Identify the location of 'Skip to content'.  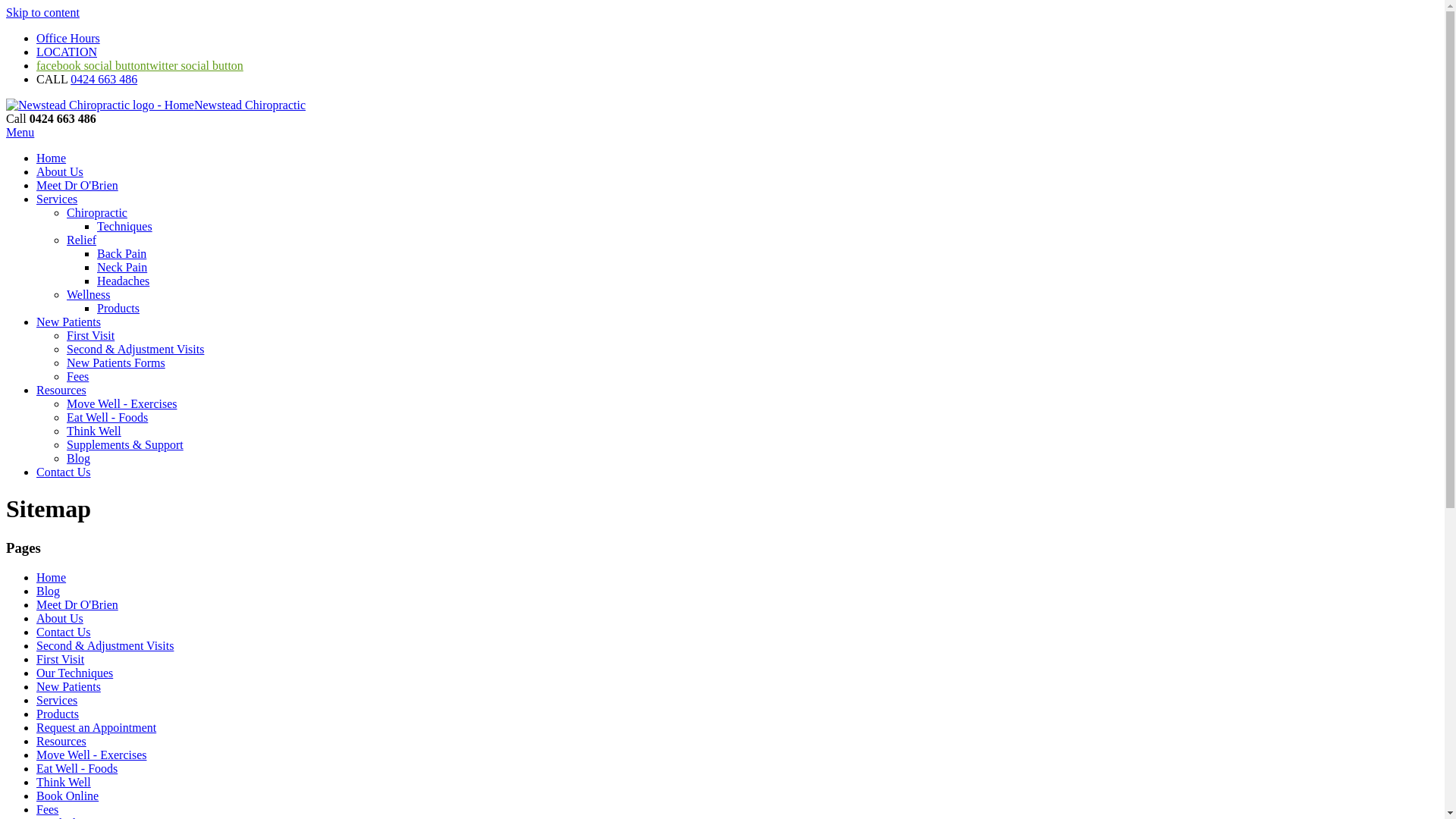
(42, 12).